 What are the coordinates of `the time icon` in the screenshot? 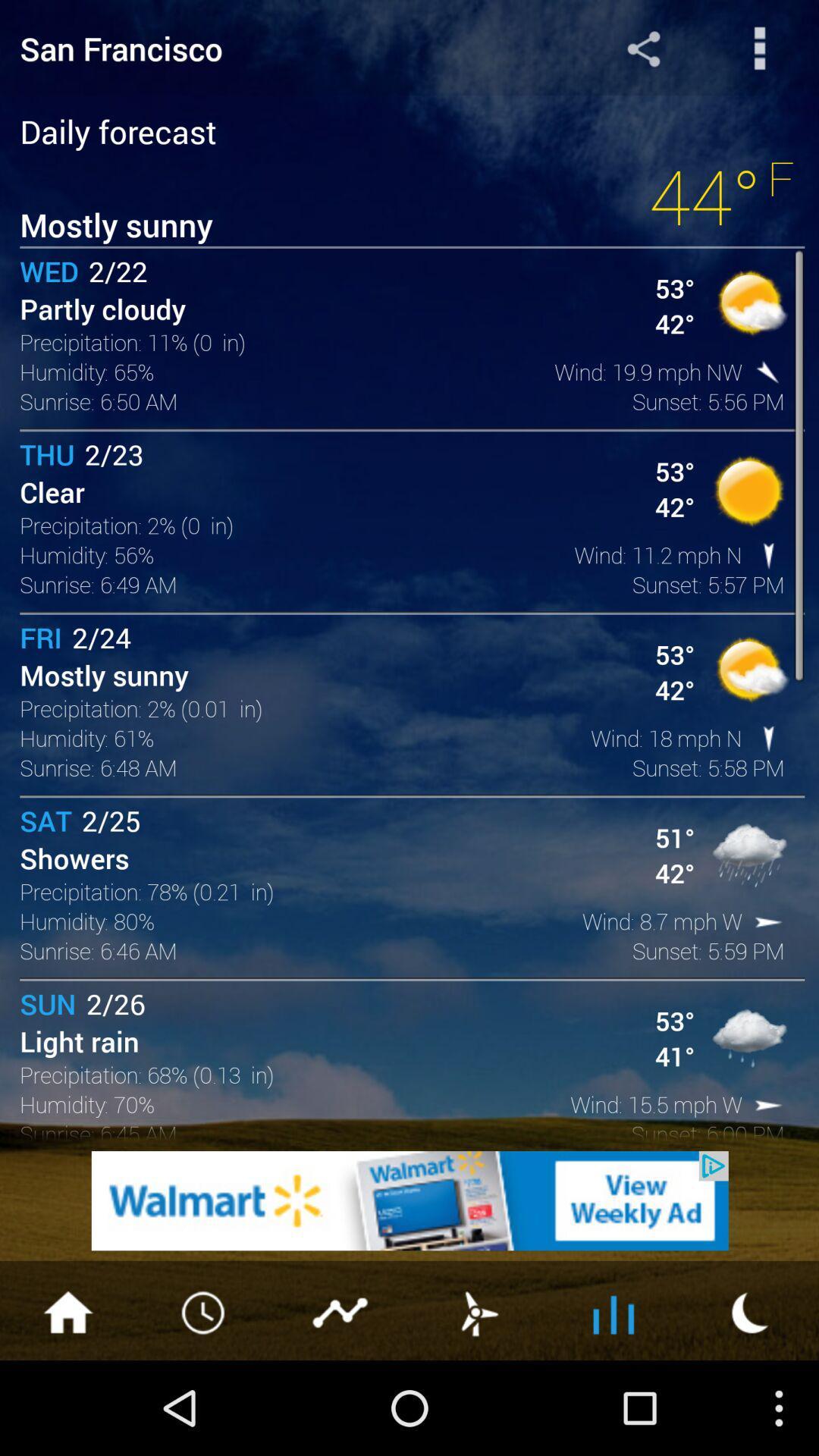 It's located at (205, 1402).